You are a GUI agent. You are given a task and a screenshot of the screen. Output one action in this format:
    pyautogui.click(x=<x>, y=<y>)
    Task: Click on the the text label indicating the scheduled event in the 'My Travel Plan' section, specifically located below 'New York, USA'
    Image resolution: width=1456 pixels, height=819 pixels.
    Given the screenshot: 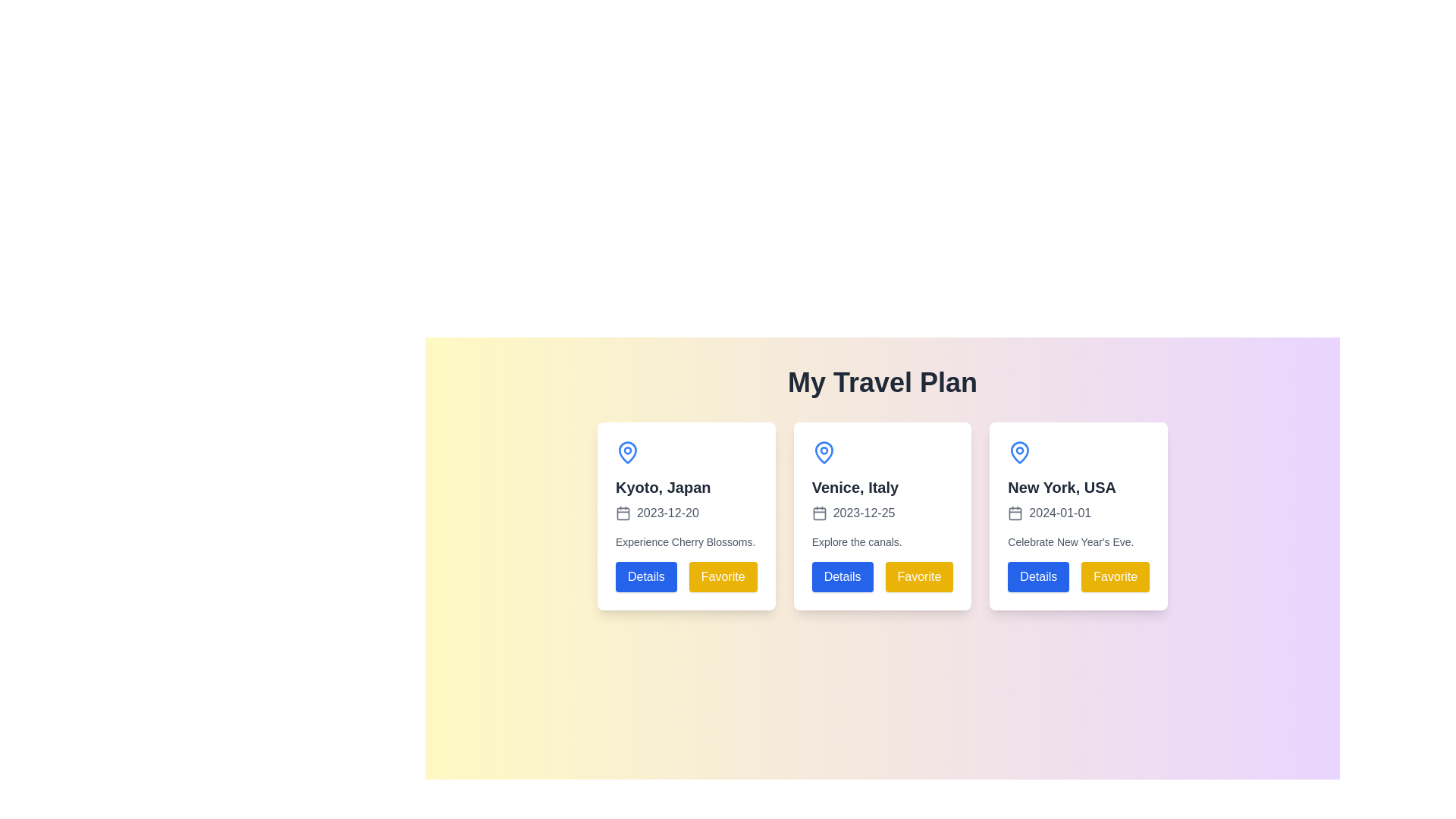 What is the action you would take?
    pyautogui.click(x=1049, y=513)
    